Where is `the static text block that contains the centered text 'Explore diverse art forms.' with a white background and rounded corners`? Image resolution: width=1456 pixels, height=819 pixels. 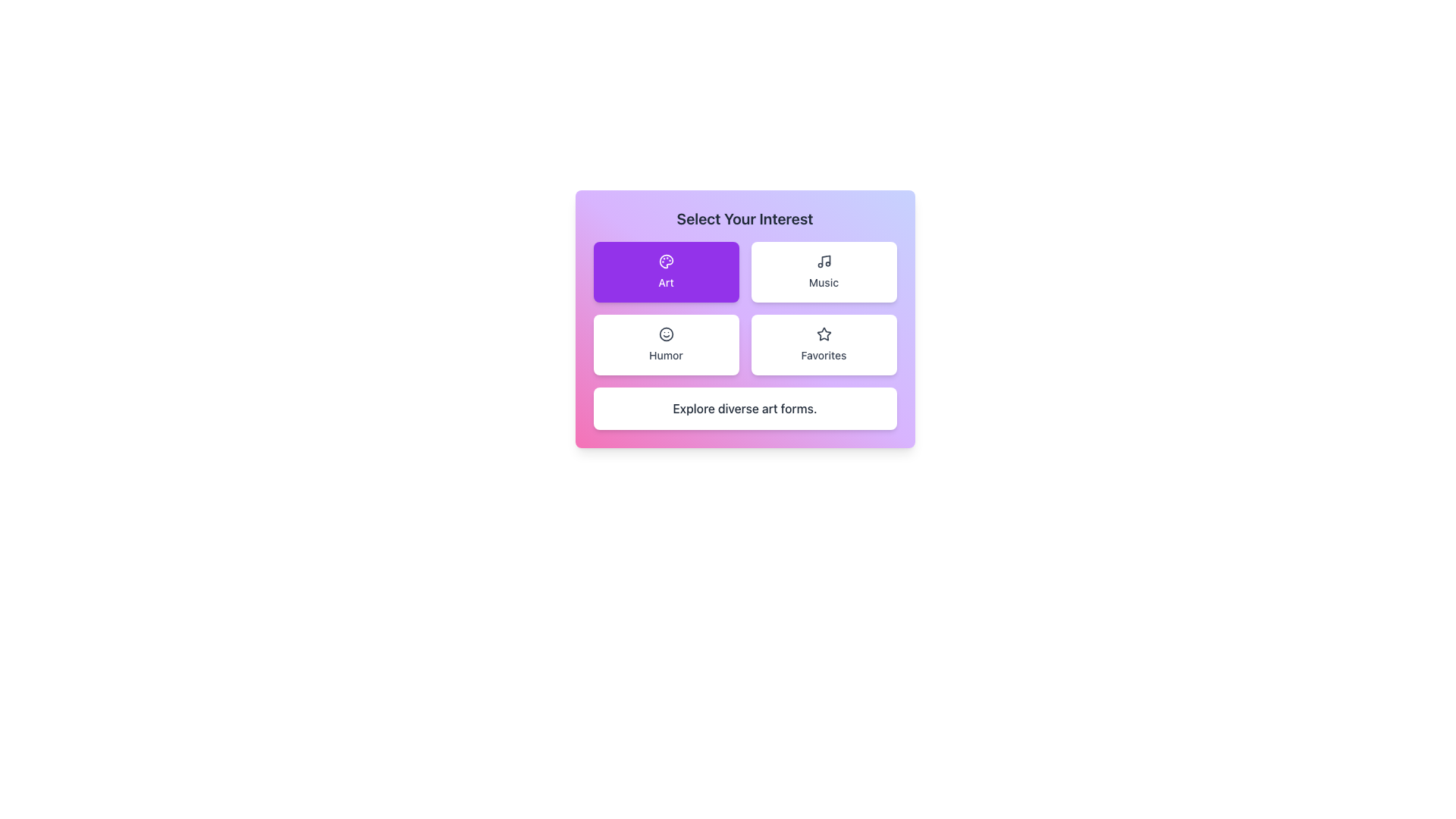
the static text block that contains the centered text 'Explore diverse art forms.' with a white background and rounded corners is located at coordinates (745, 408).